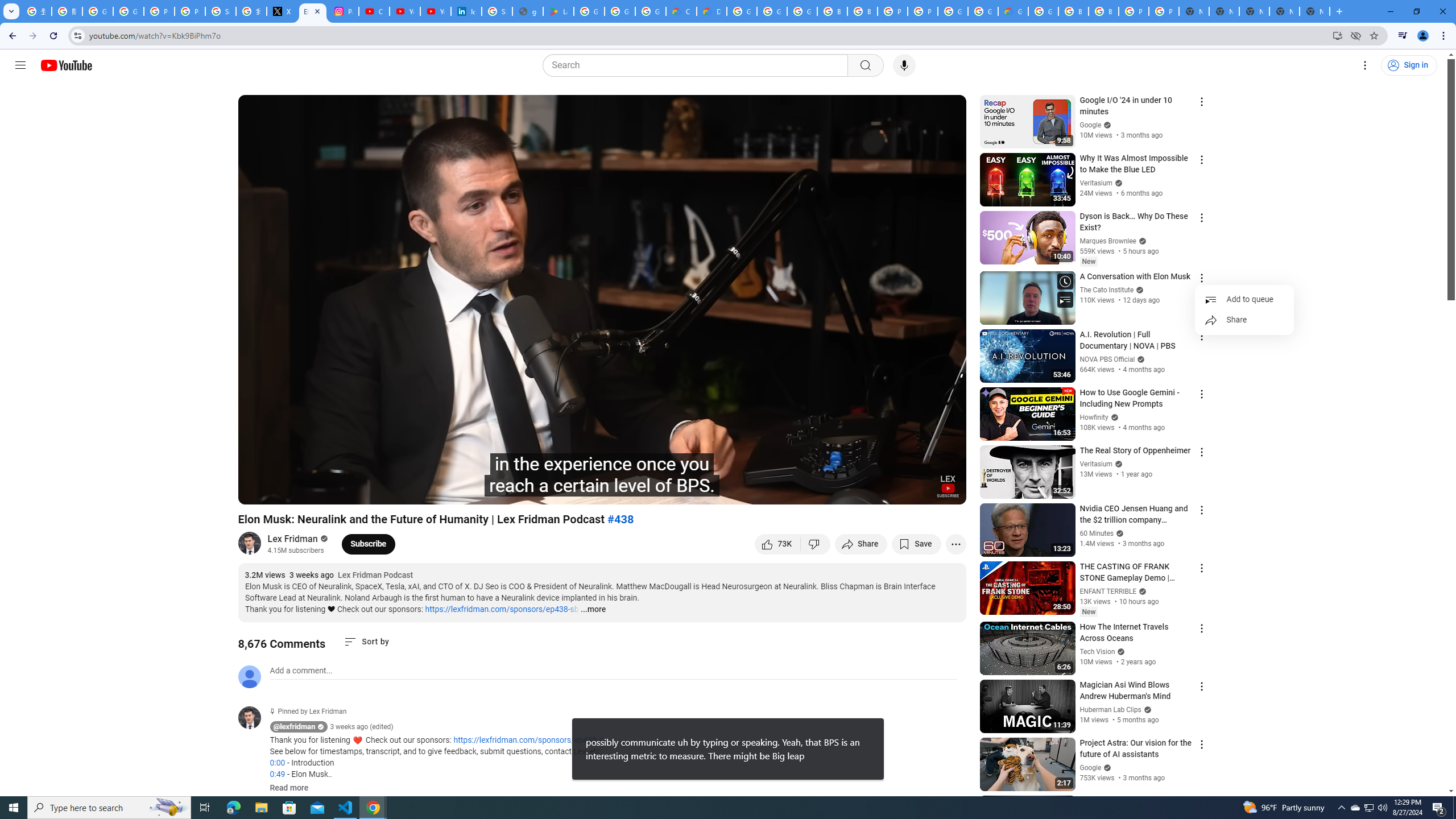 This screenshot has width=1456, height=819. I want to click on '3 weeks ago (edited)', so click(361, 727).